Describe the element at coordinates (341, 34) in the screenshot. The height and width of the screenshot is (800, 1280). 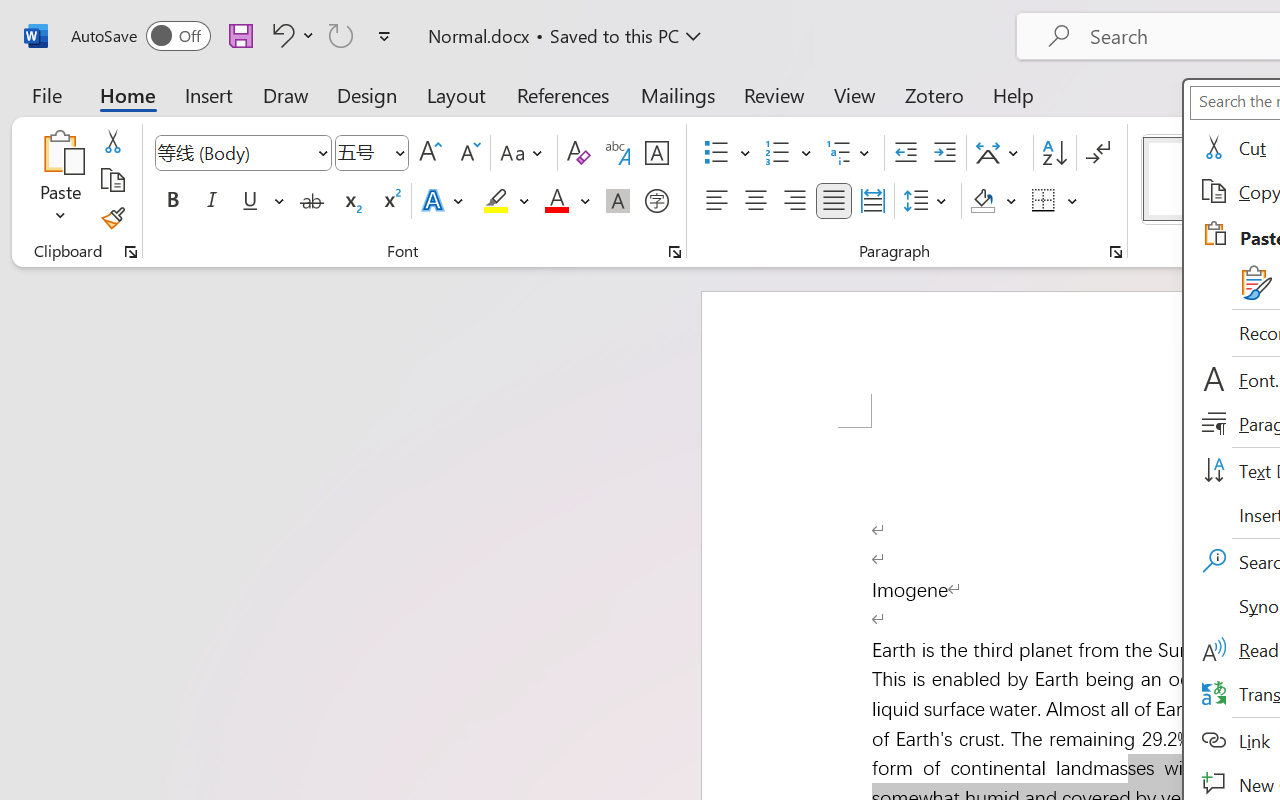
I see `'Can'` at that location.